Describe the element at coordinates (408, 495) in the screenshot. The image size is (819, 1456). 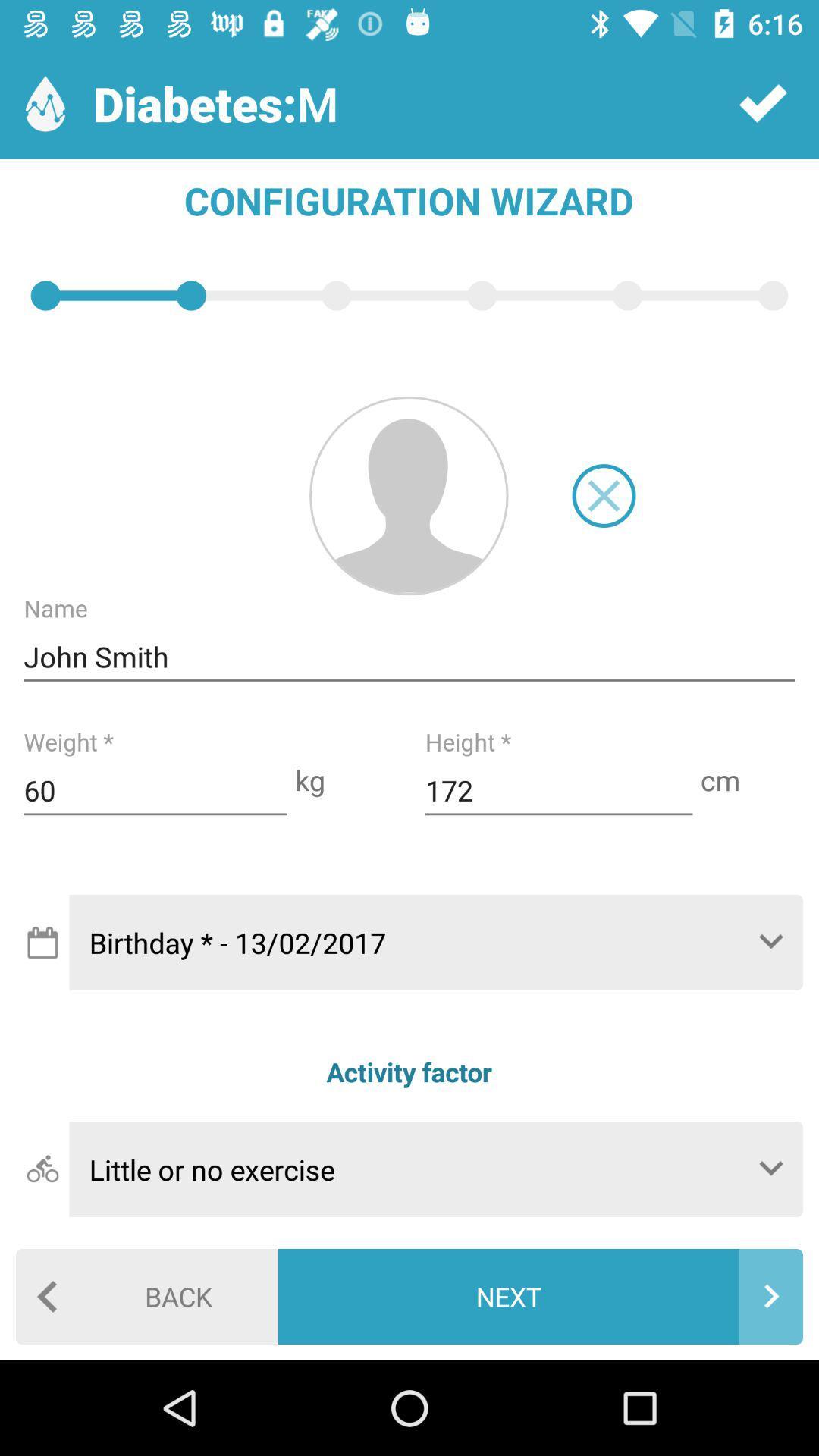
I see `profile picture` at that location.